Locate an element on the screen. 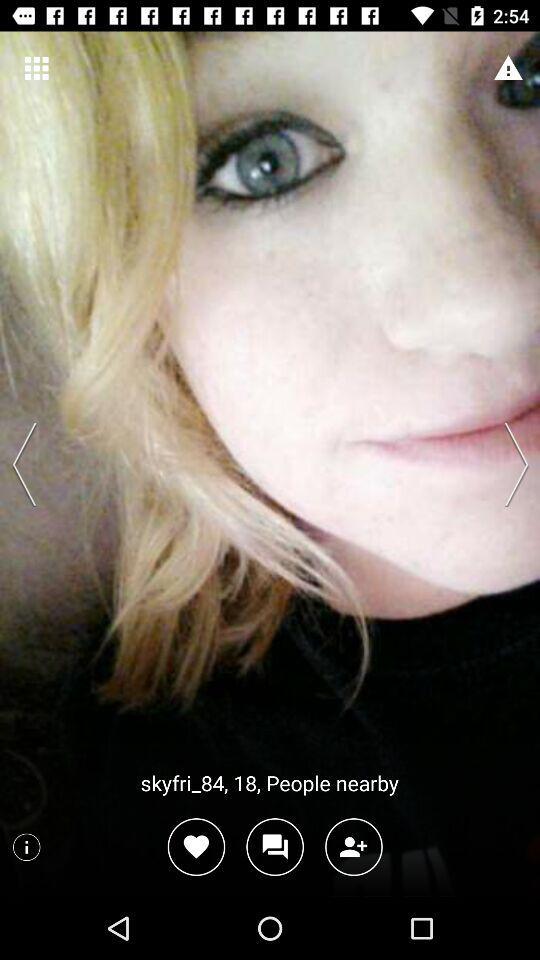 The image size is (540, 960). information is located at coordinates (25, 846).